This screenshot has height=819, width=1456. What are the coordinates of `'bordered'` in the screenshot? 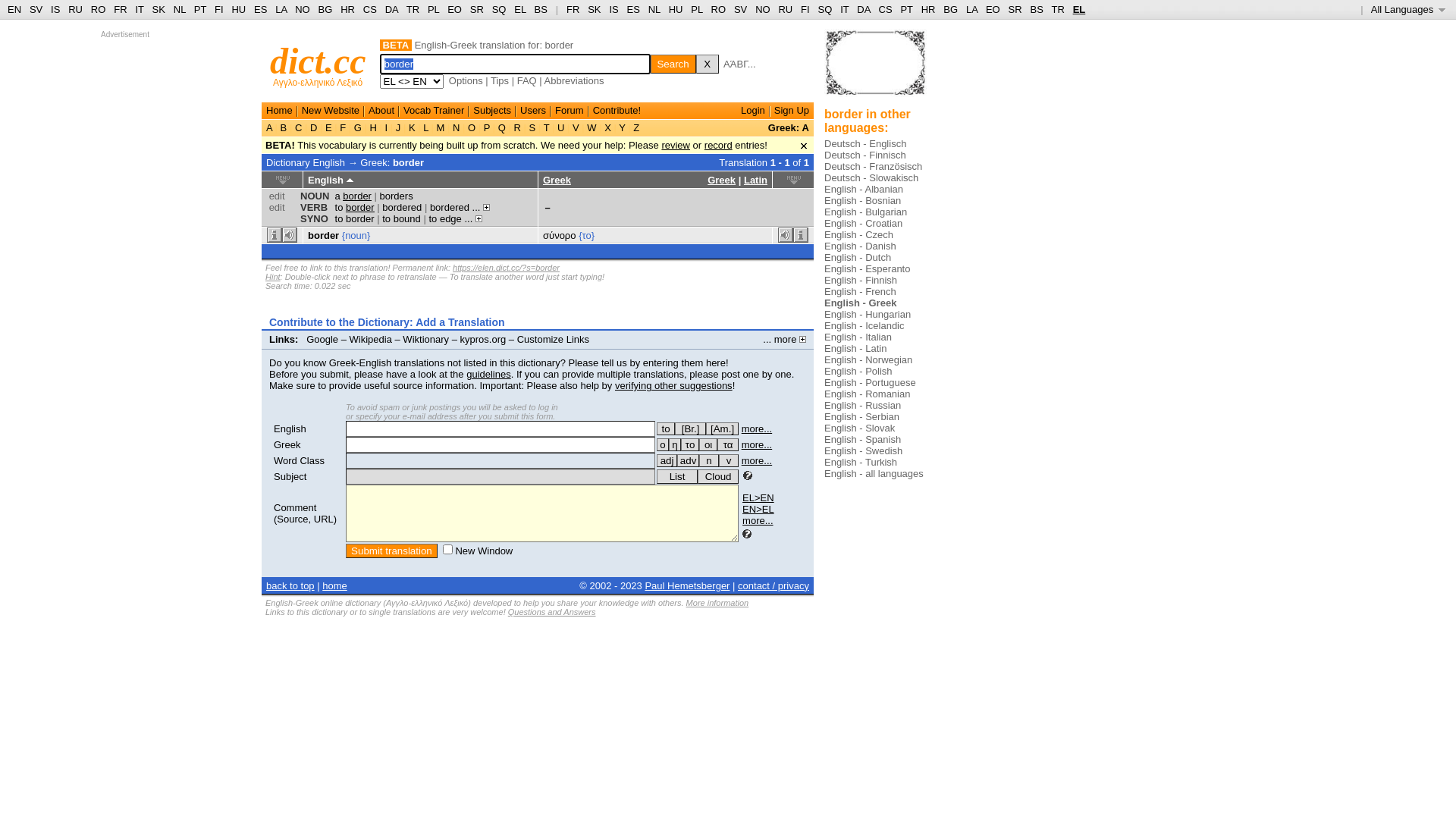 It's located at (382, 207).